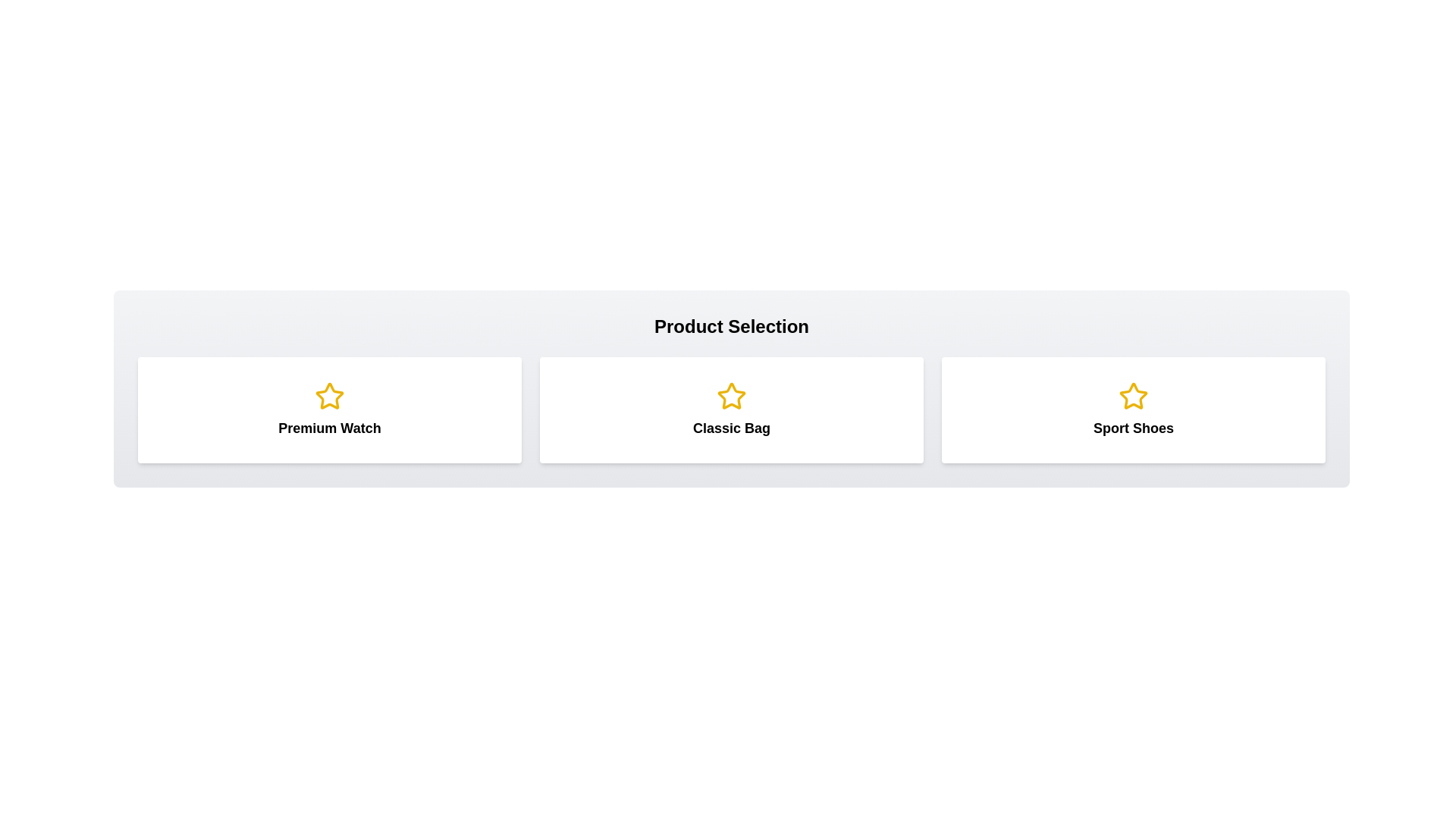 The image size is (1456, 819). Describe the element at coordinates (1133, 409) in the screenshot. I see `the center of the clickable card labeled 'Sport Shoes', which features a large yellow star icon and is positioned in the far right of the grid layout` at that location.